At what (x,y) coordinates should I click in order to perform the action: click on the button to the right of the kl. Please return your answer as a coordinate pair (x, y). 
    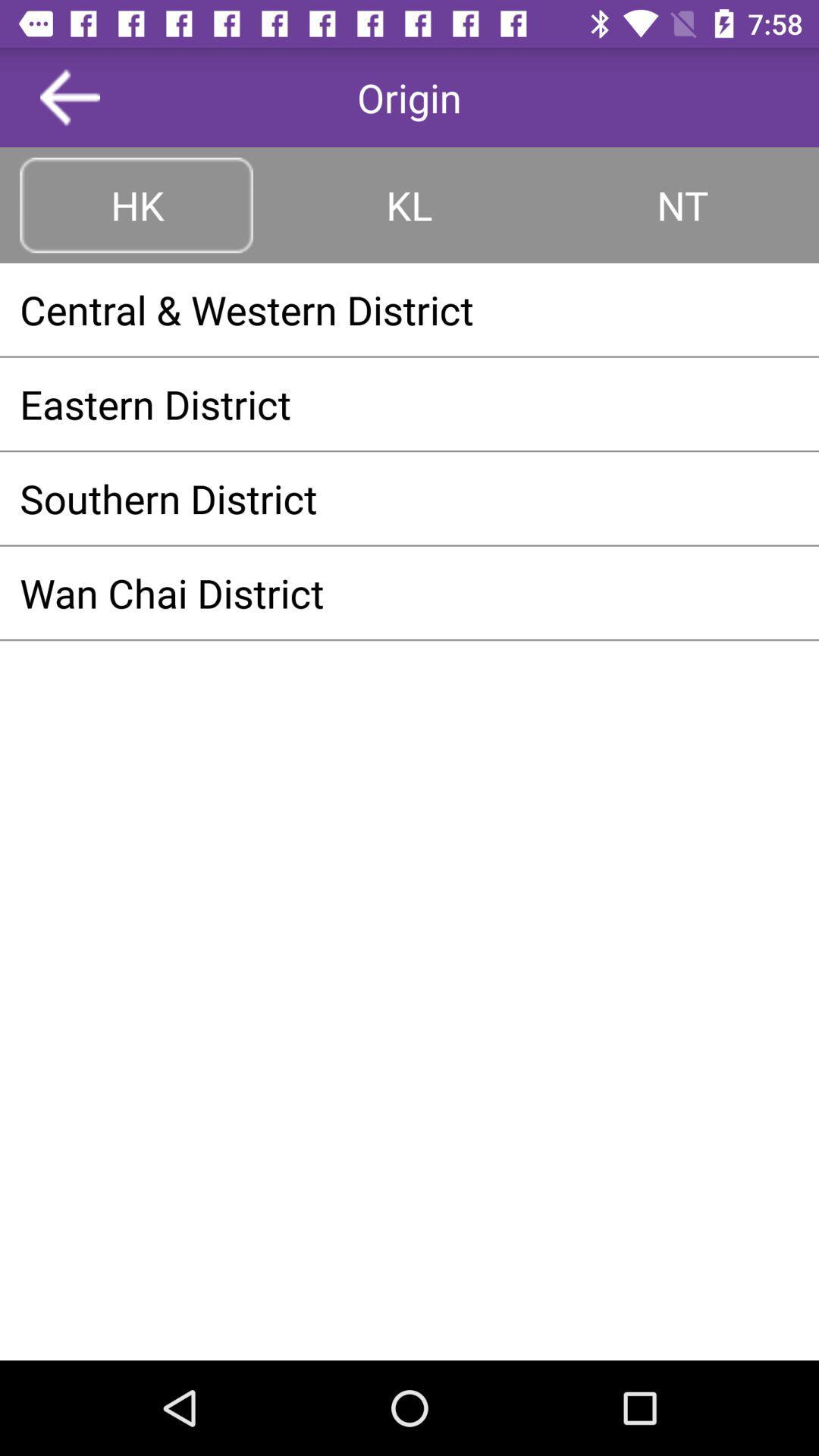
    Looking at the image, I should click on (681, 204).